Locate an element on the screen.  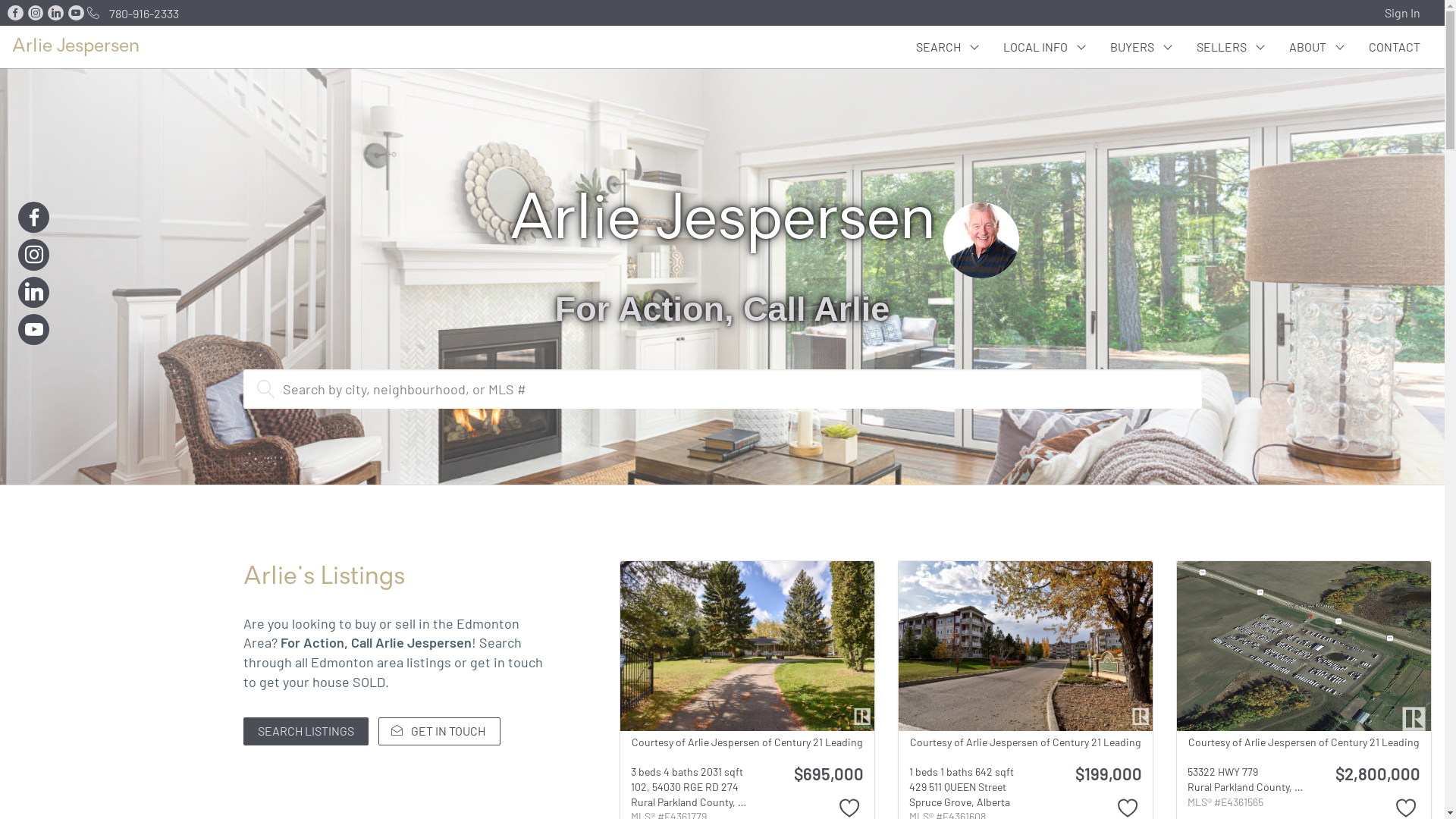
'CONTACT' is located at coordinates (1394, 45).